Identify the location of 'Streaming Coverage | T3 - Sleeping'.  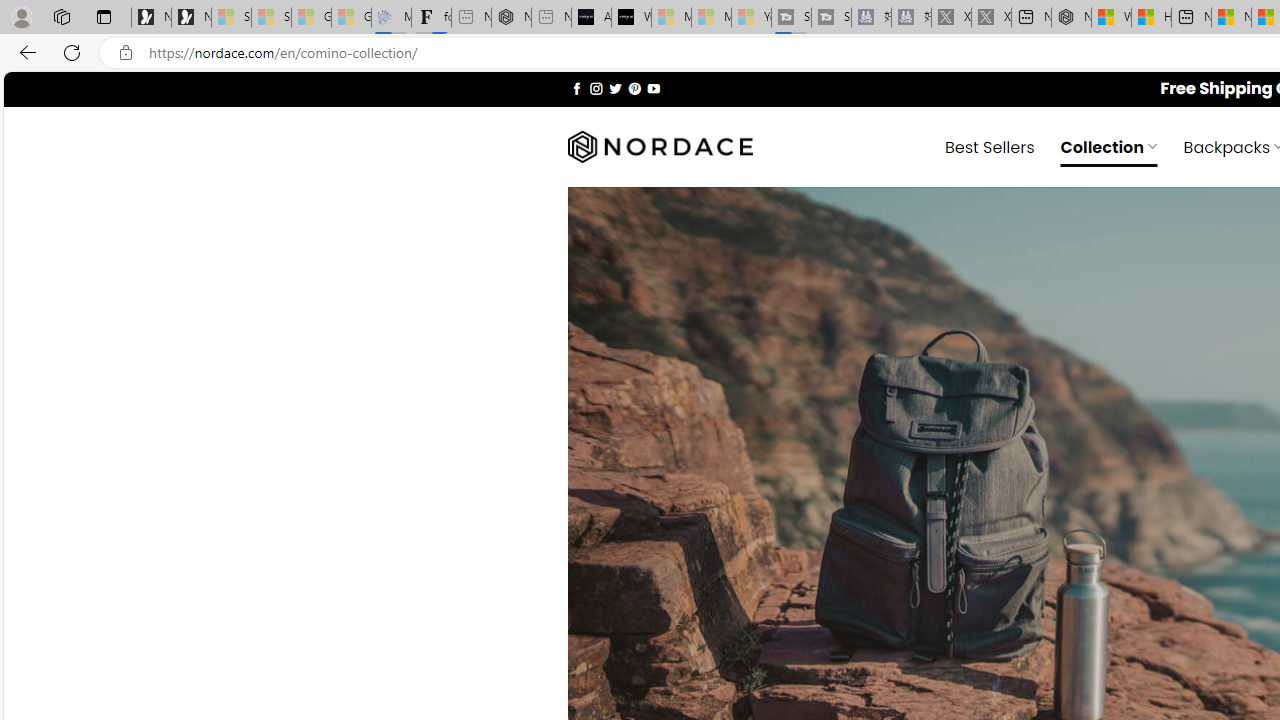
(790, 17).